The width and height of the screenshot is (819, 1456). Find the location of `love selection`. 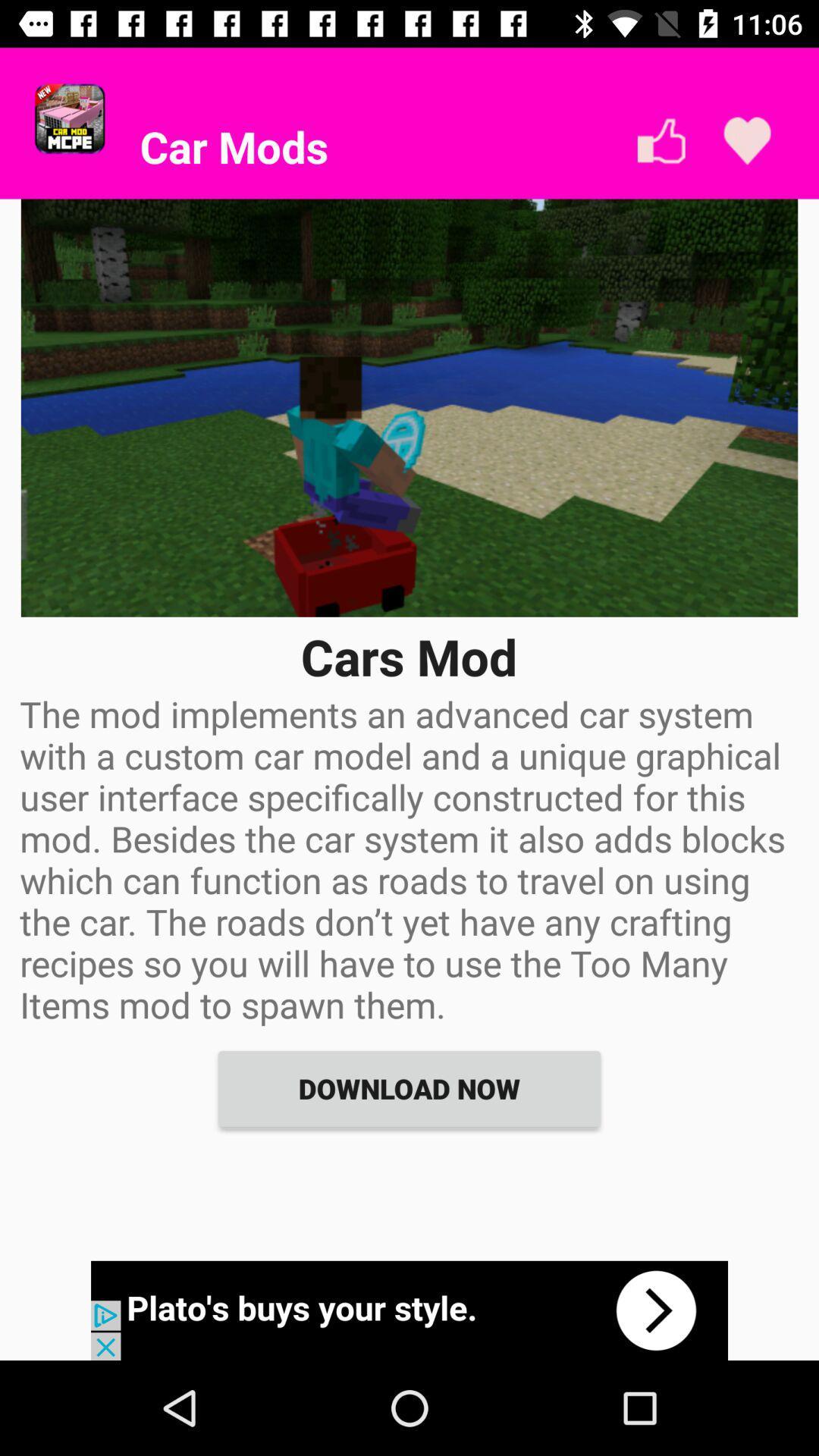

love selection is located at coordinates (746, 141).